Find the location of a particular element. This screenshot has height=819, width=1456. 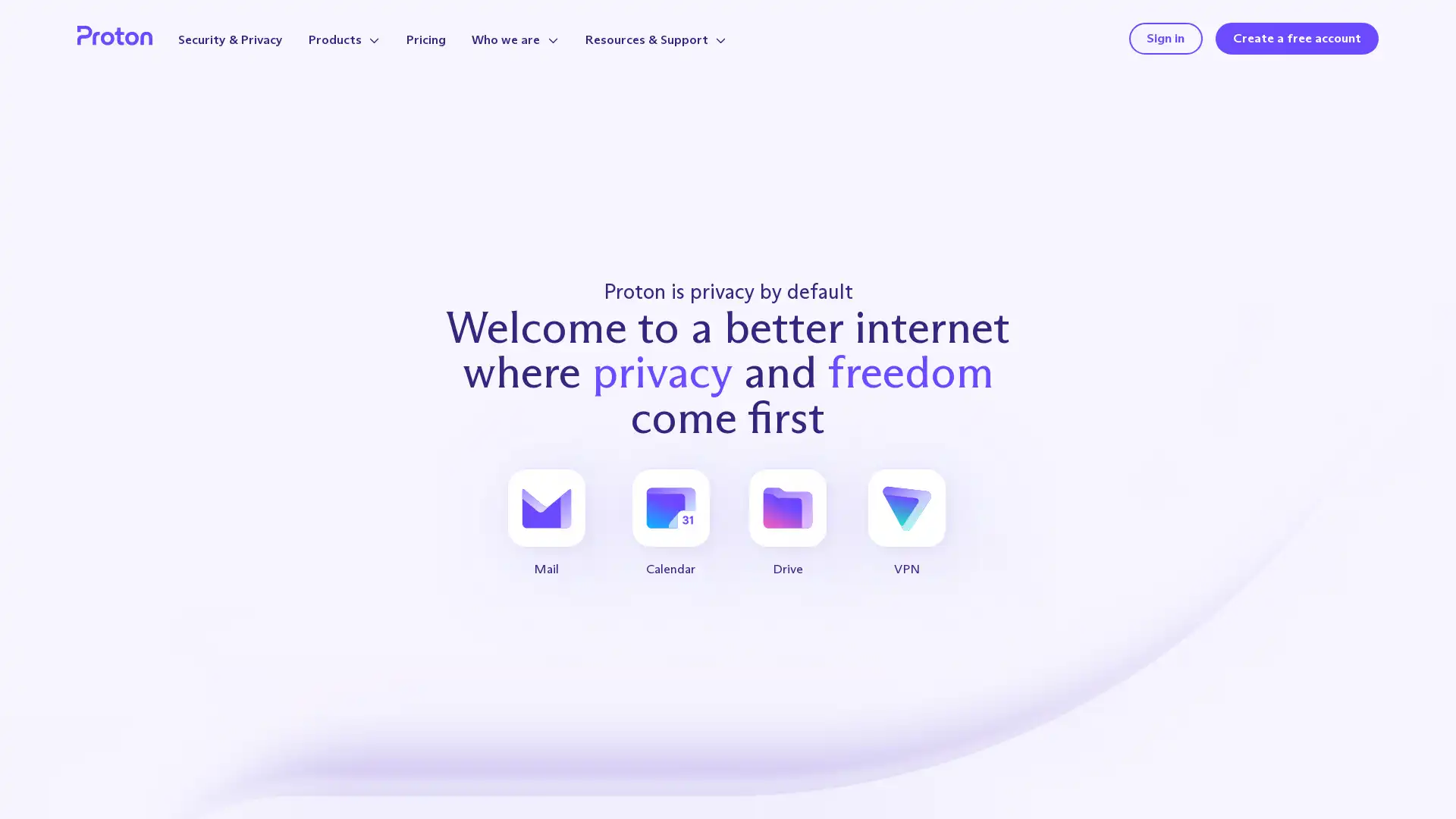

Who we are is located at coordinates (515, 39).